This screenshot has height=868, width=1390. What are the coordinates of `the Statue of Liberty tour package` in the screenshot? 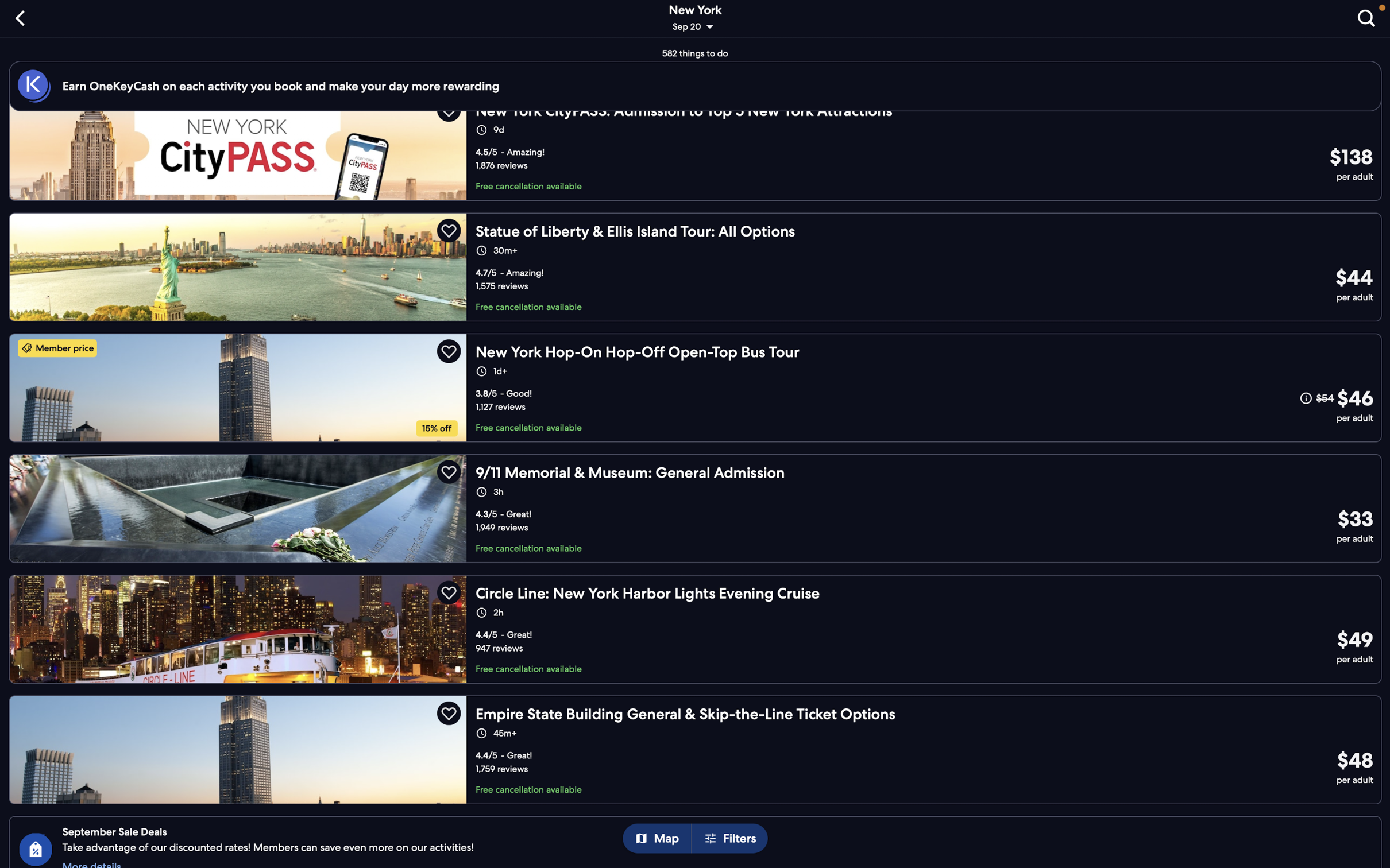 It's located at (696, 265).